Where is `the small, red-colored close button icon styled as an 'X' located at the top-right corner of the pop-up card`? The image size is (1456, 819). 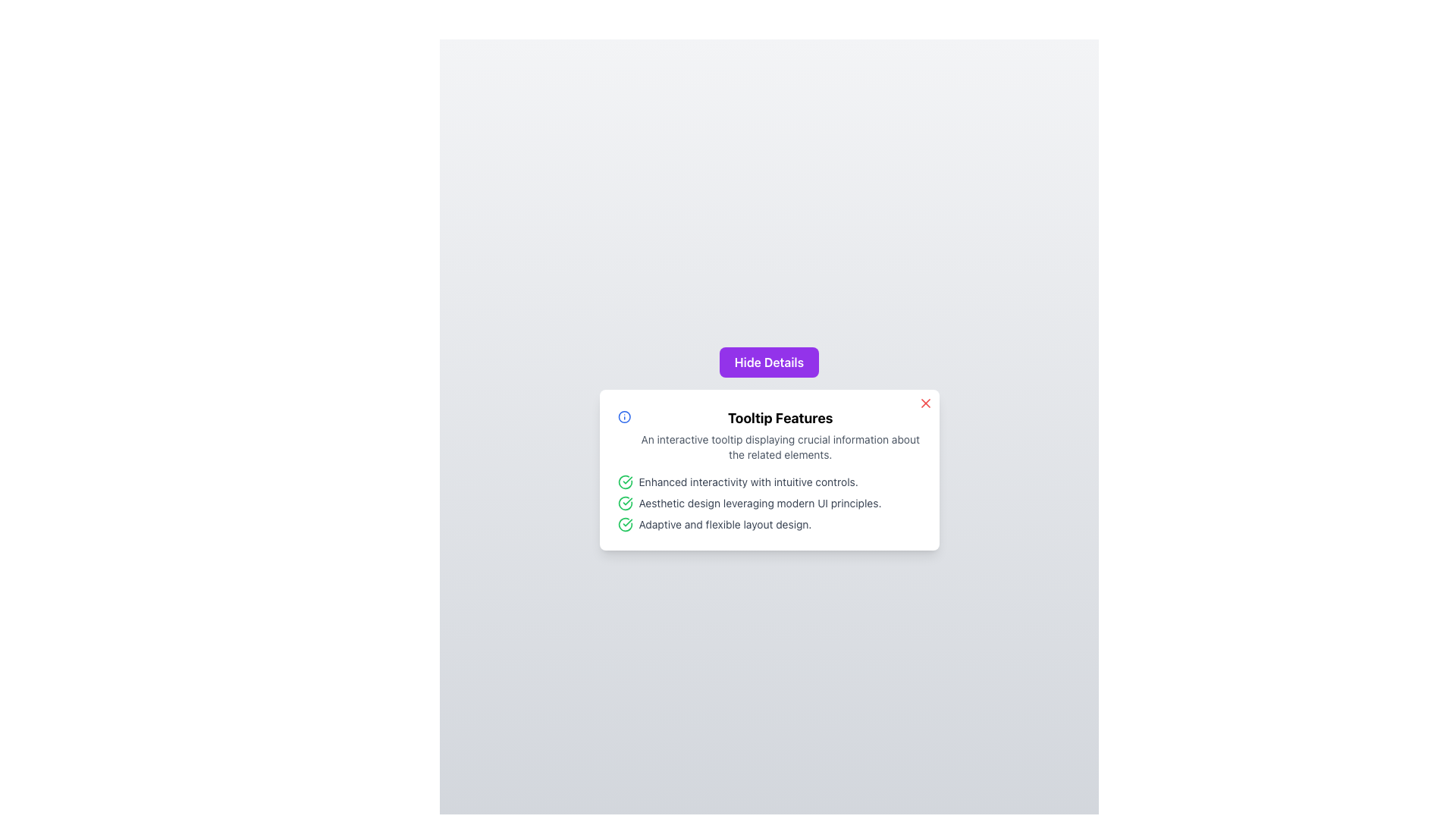 the small, red-colored close button icon styled as an 'X' located at the top-right corner of the pop-up card is located at coordinates (924, 403).